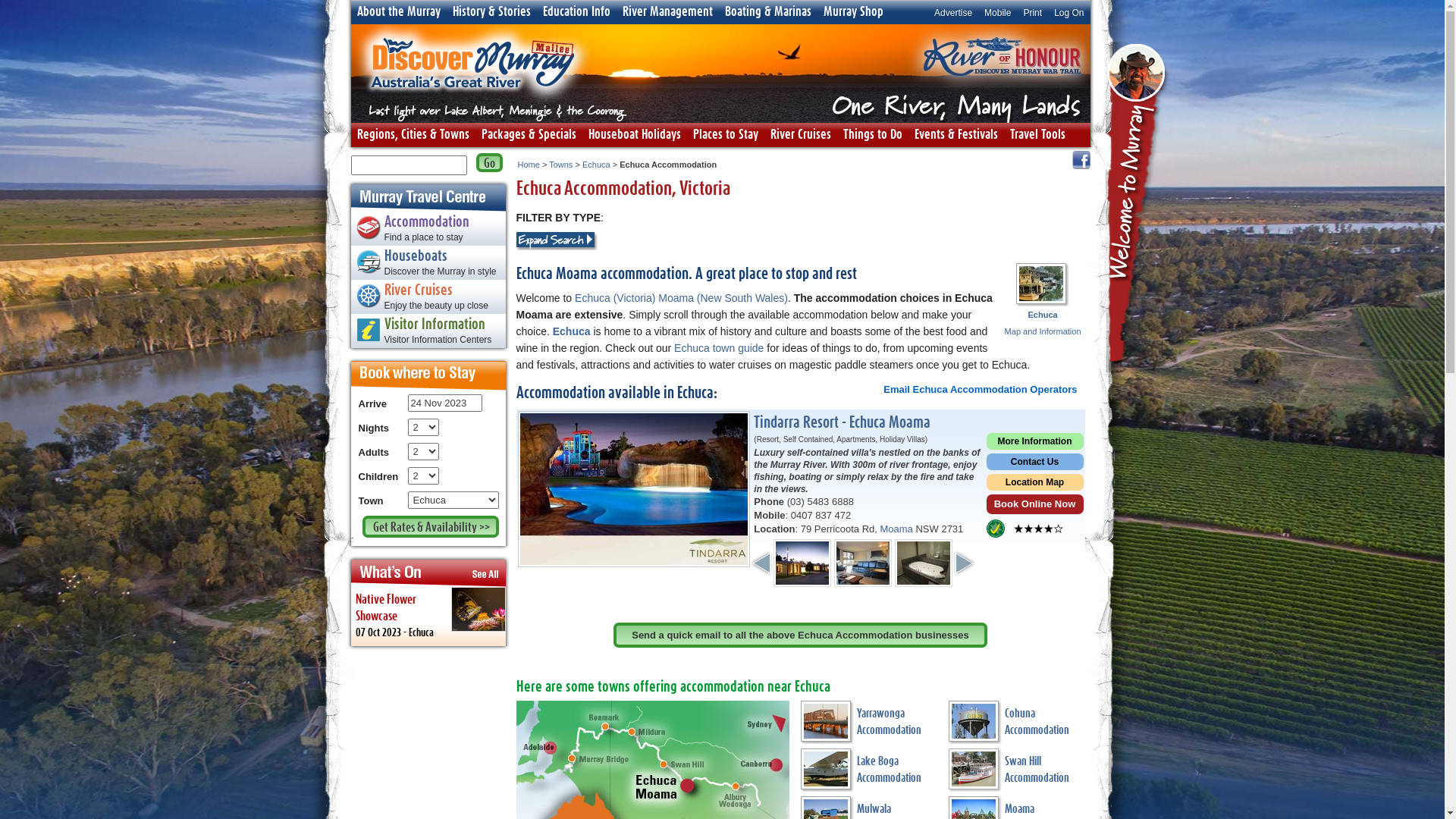 The height and width of the screenshot is (819, 1456). What do you see at coordinates (489, 162) in the screenshot?
I see `'Go'` at bounding box center [489, 162].